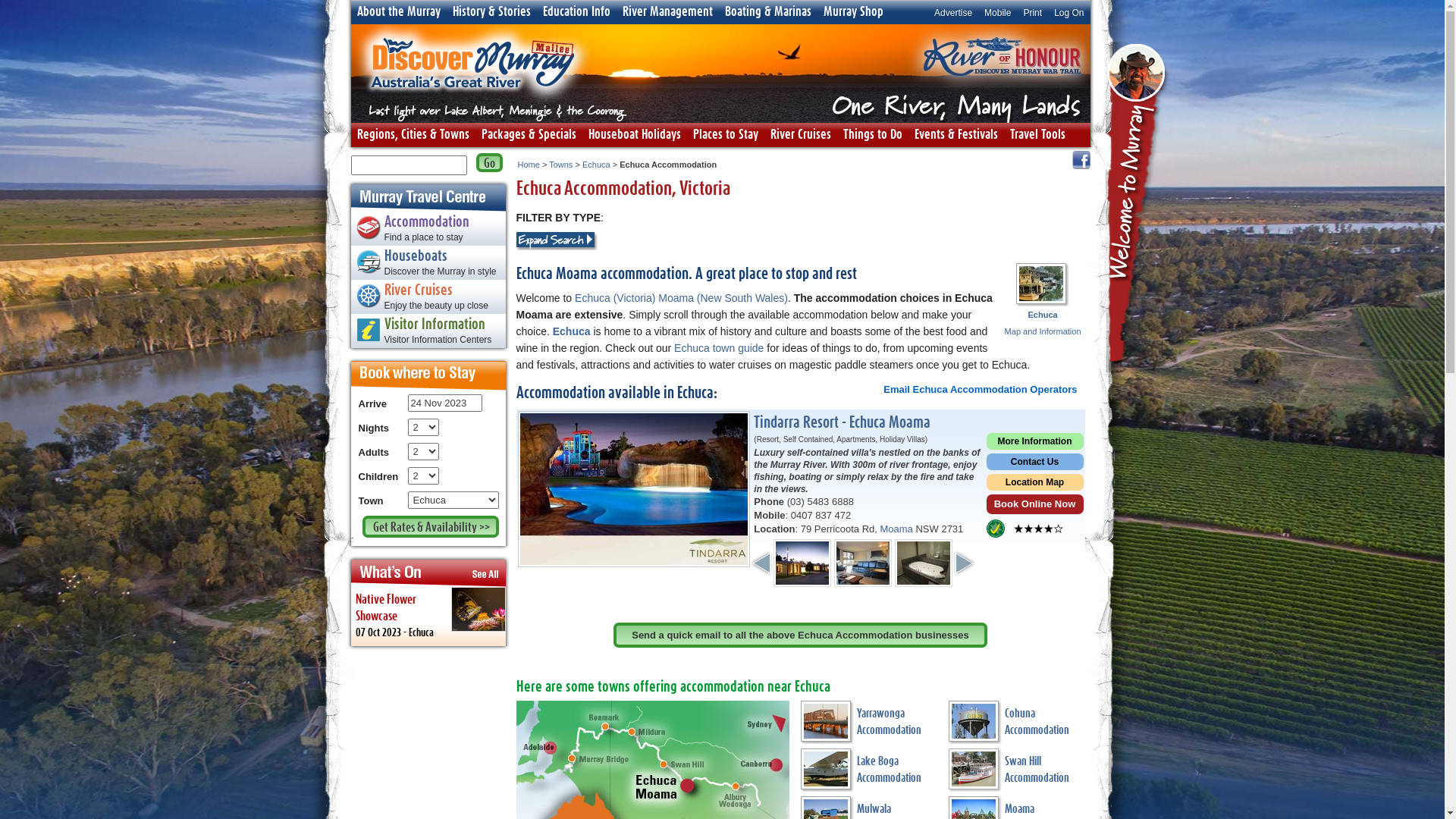 The height and width of the screenshot is (819, 1456). What do you see at coordinates (489, 162) in the screenshot?
I see `'Go'` at bounding box center [489, 162].